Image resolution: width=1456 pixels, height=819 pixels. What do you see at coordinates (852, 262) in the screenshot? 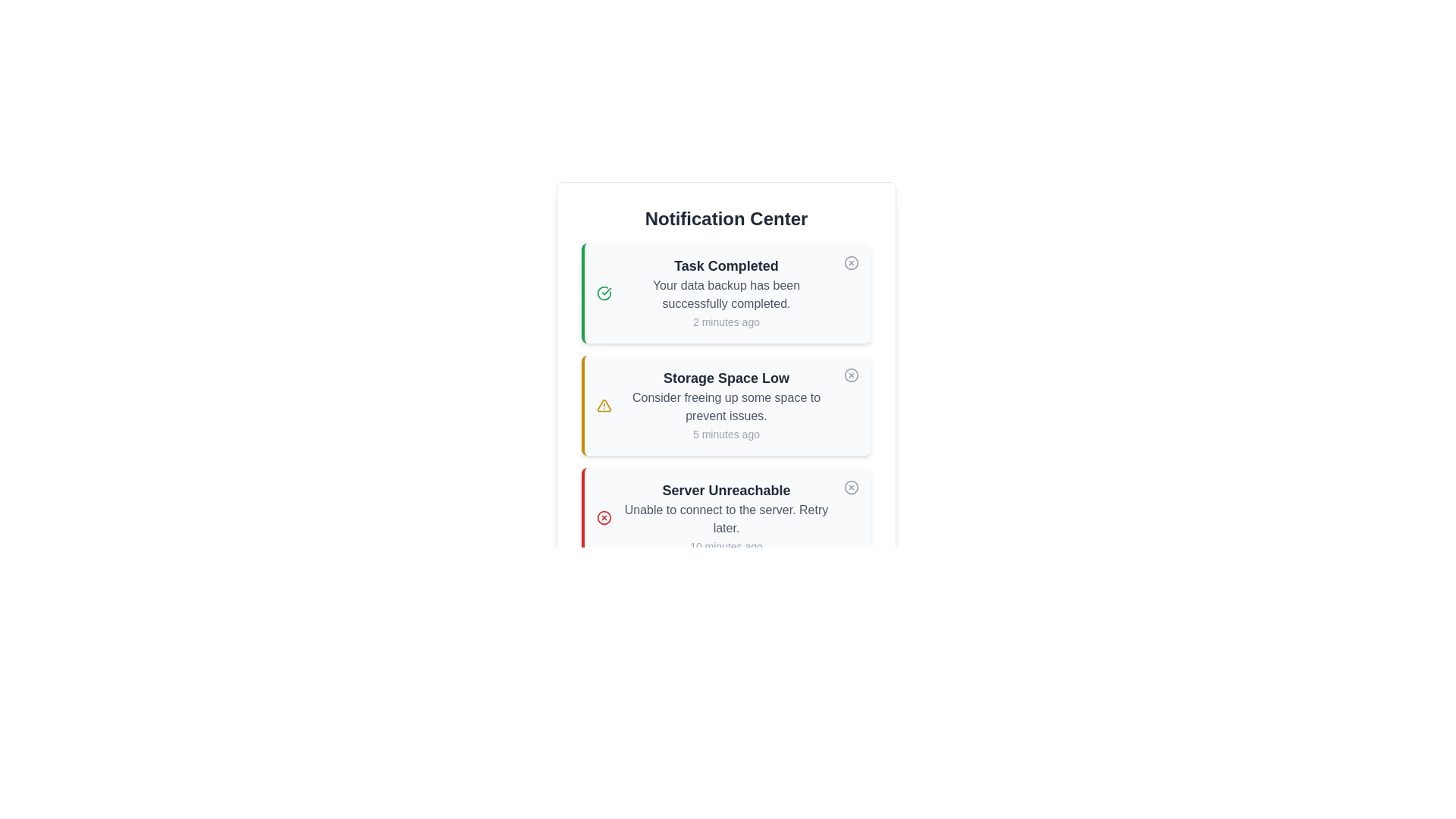
I see `the circular graphical component that is part of the close button for the 'Task Completed' notification card, positioned as the first notification in the list` at bounding box center [852, 262].